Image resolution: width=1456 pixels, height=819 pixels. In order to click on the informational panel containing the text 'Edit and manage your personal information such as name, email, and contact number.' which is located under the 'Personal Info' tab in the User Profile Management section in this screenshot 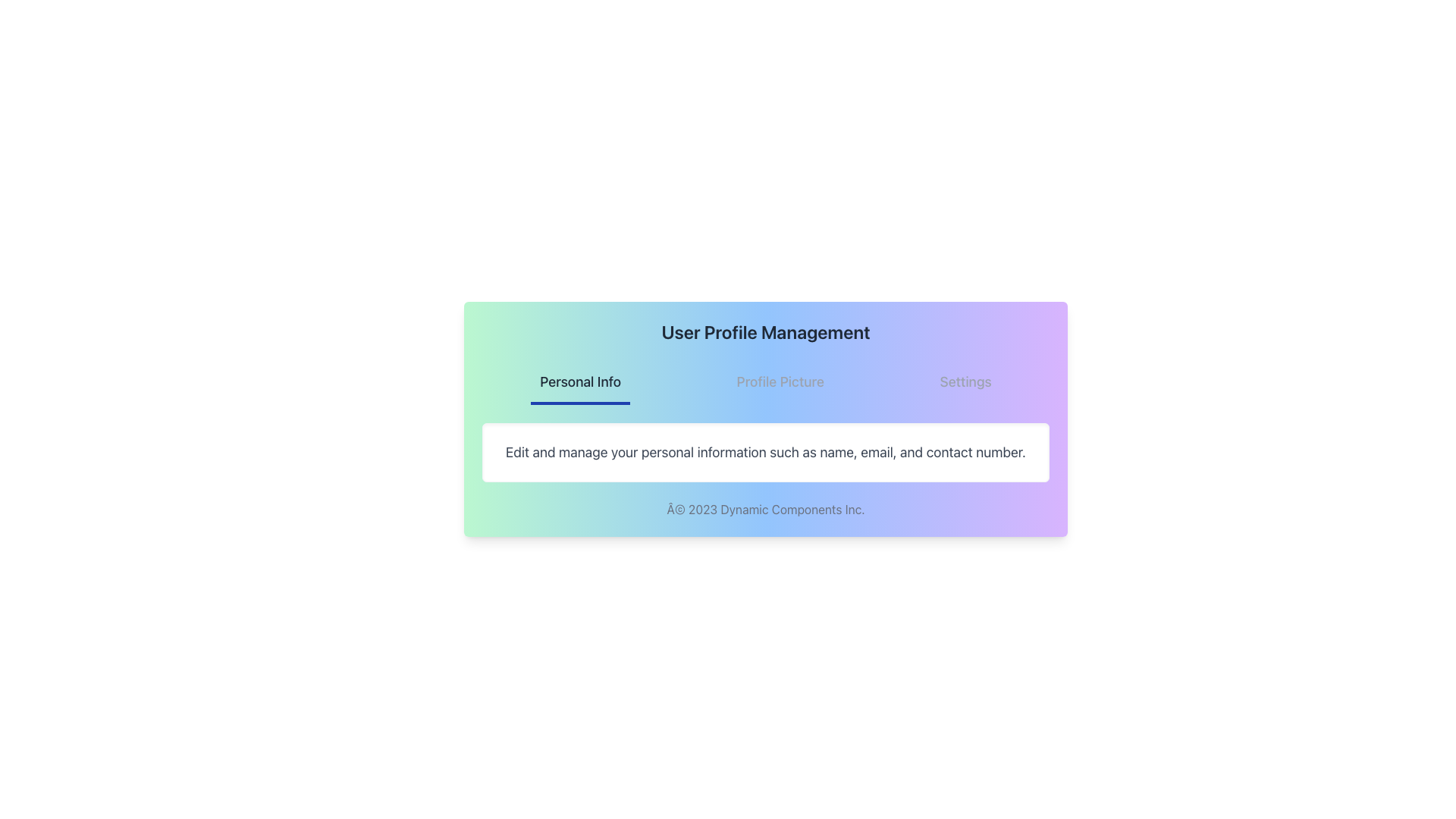, I will do `click(765, 452)`.